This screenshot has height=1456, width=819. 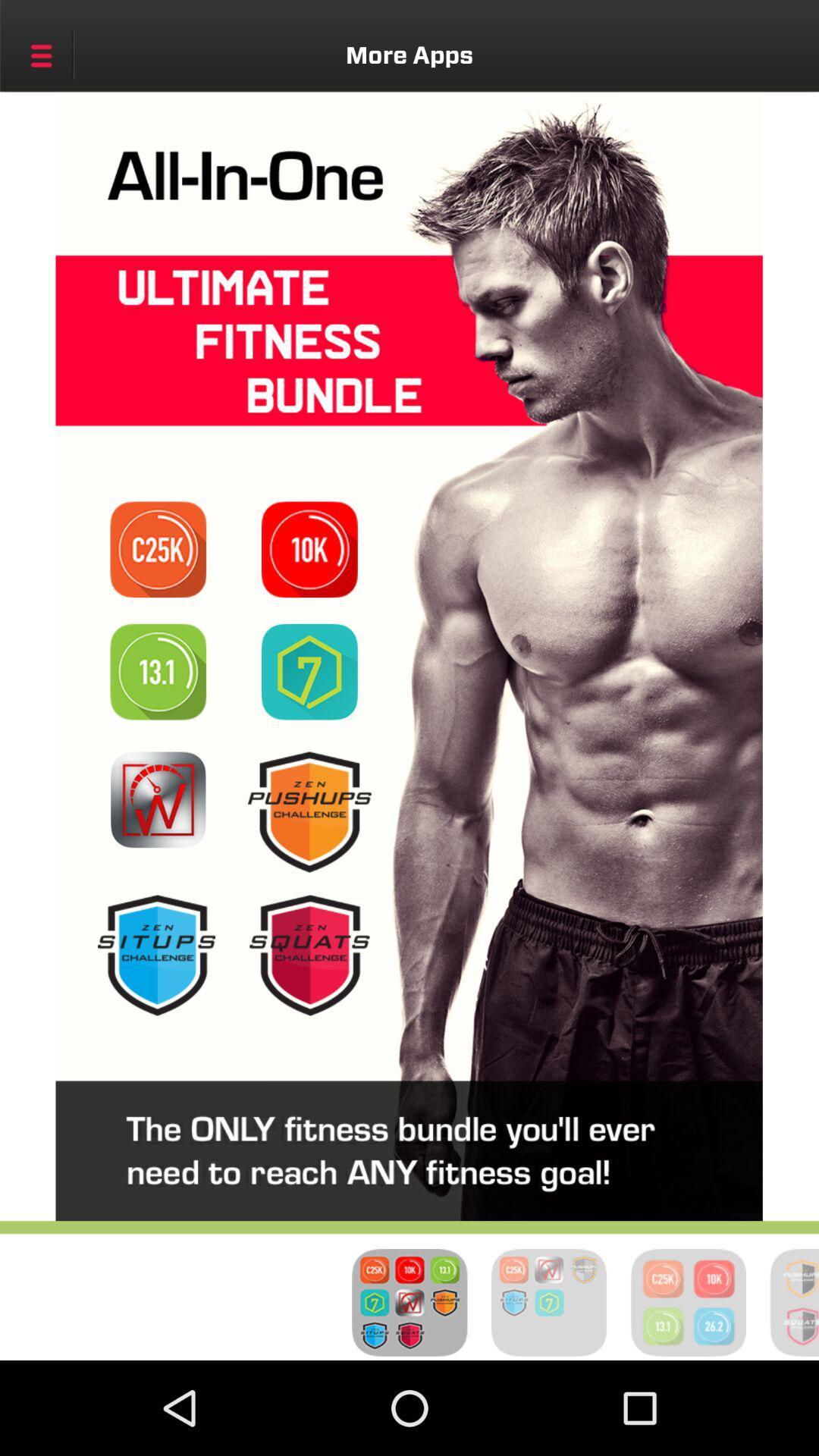 What do you see at coordinates (309, 954) in the screenshot?
I see `any widget with fitness information` at bounding box center [309, 954].